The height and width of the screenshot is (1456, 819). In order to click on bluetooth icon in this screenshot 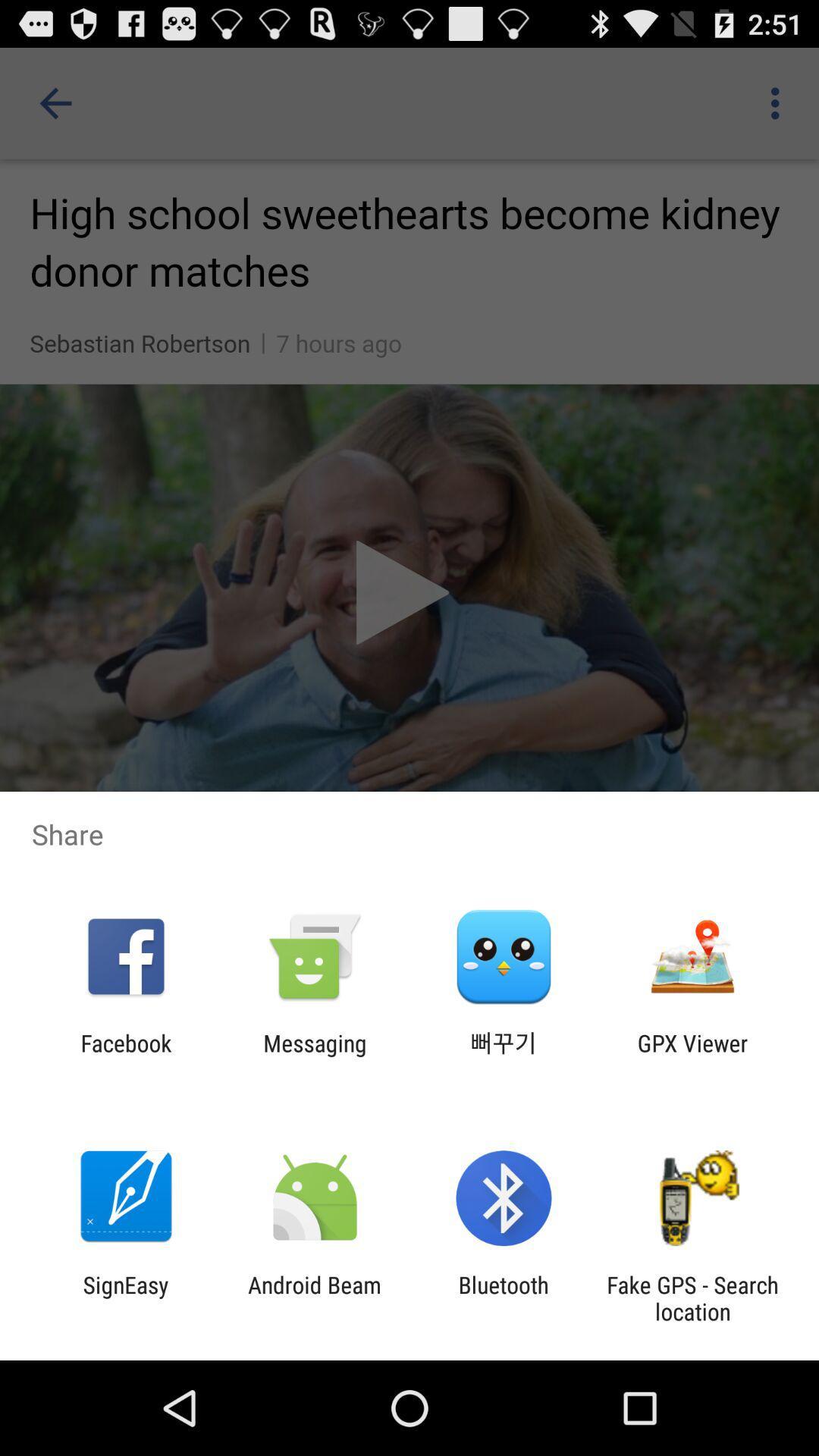, I will do `click(504, 1298)`.